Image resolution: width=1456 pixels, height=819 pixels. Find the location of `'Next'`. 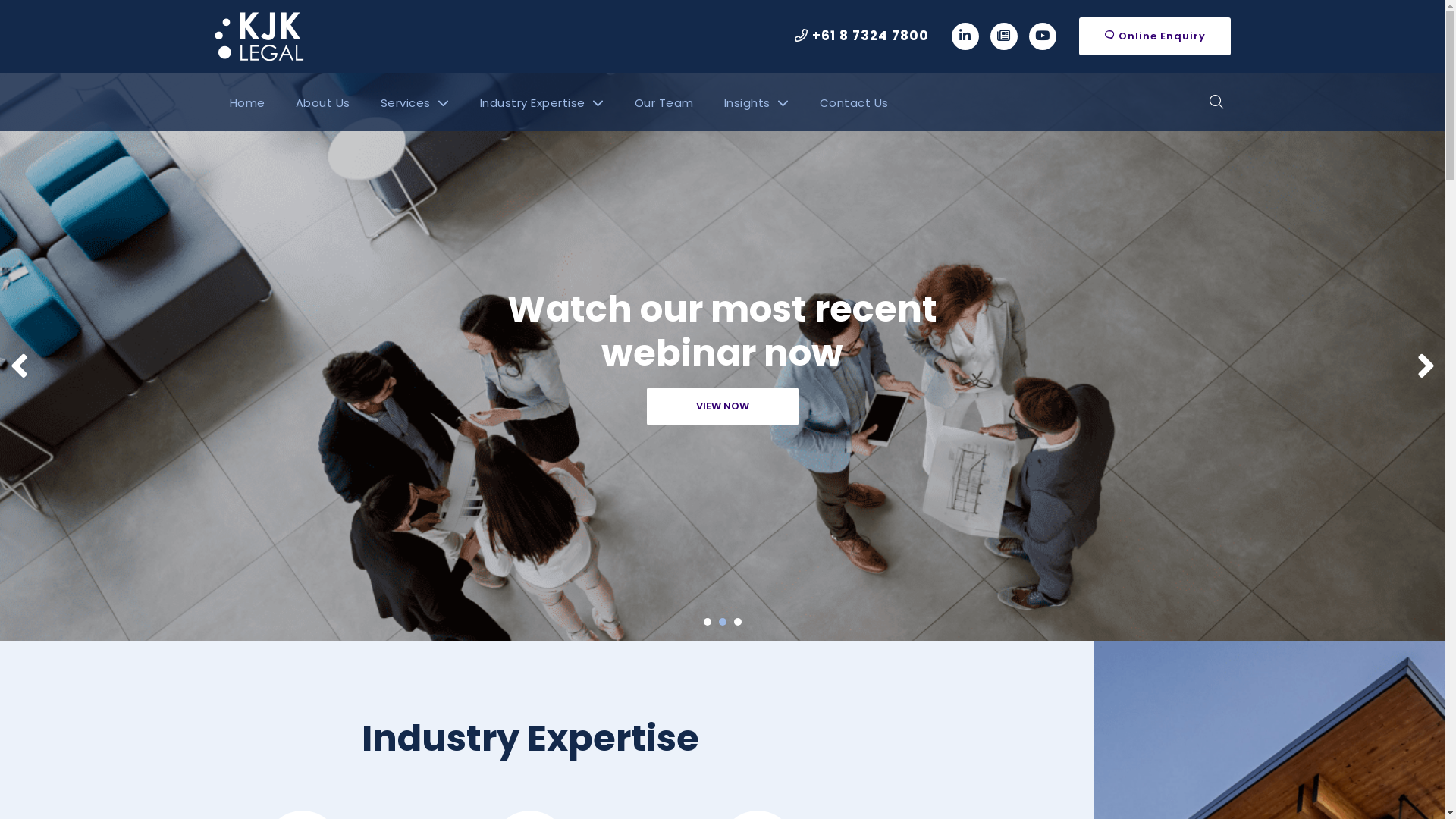

'Next' is located at coordinates (1415, 366).